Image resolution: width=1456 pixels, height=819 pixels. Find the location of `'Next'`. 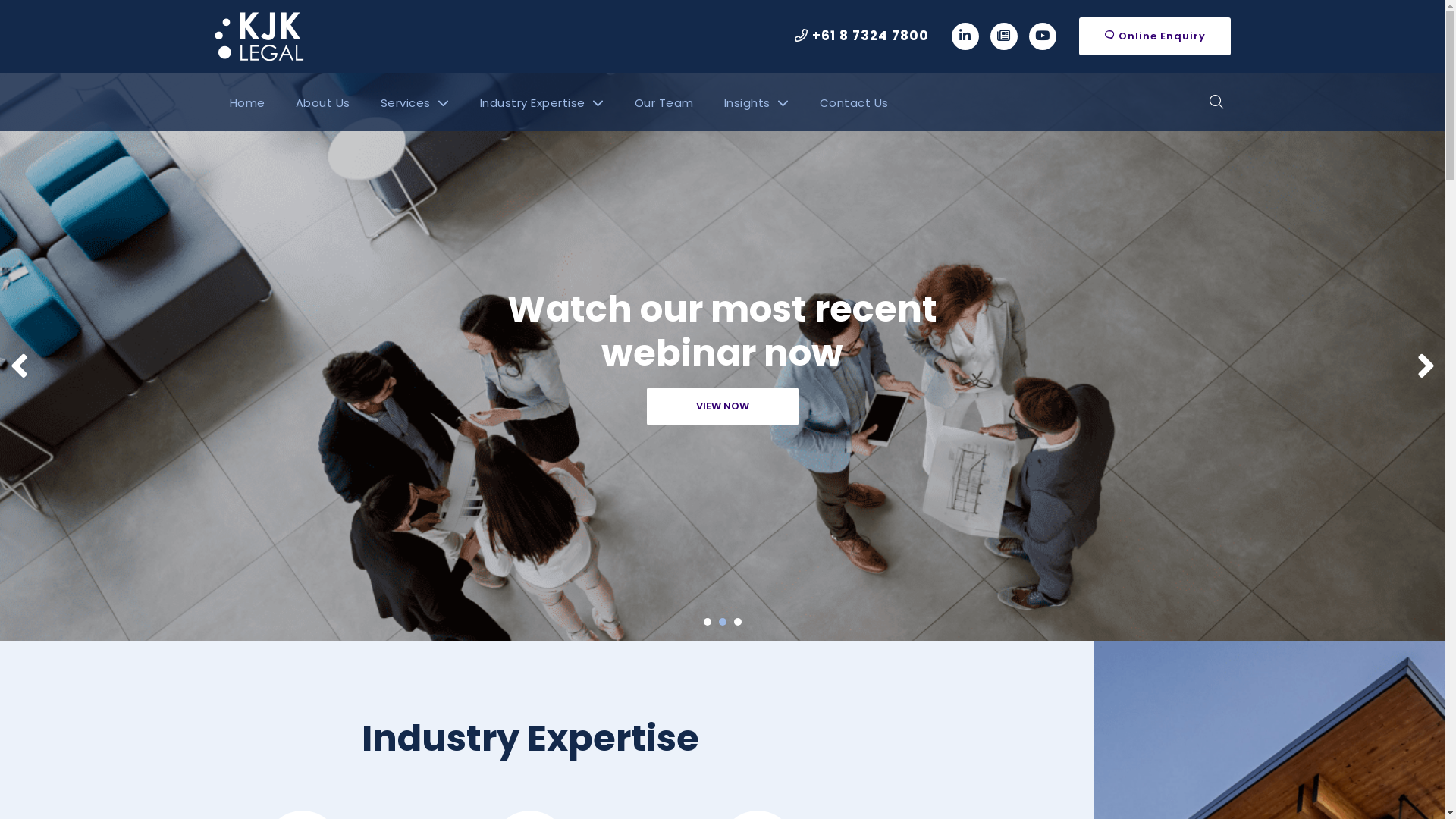

'Next' is located at coordinates (1415, 366).